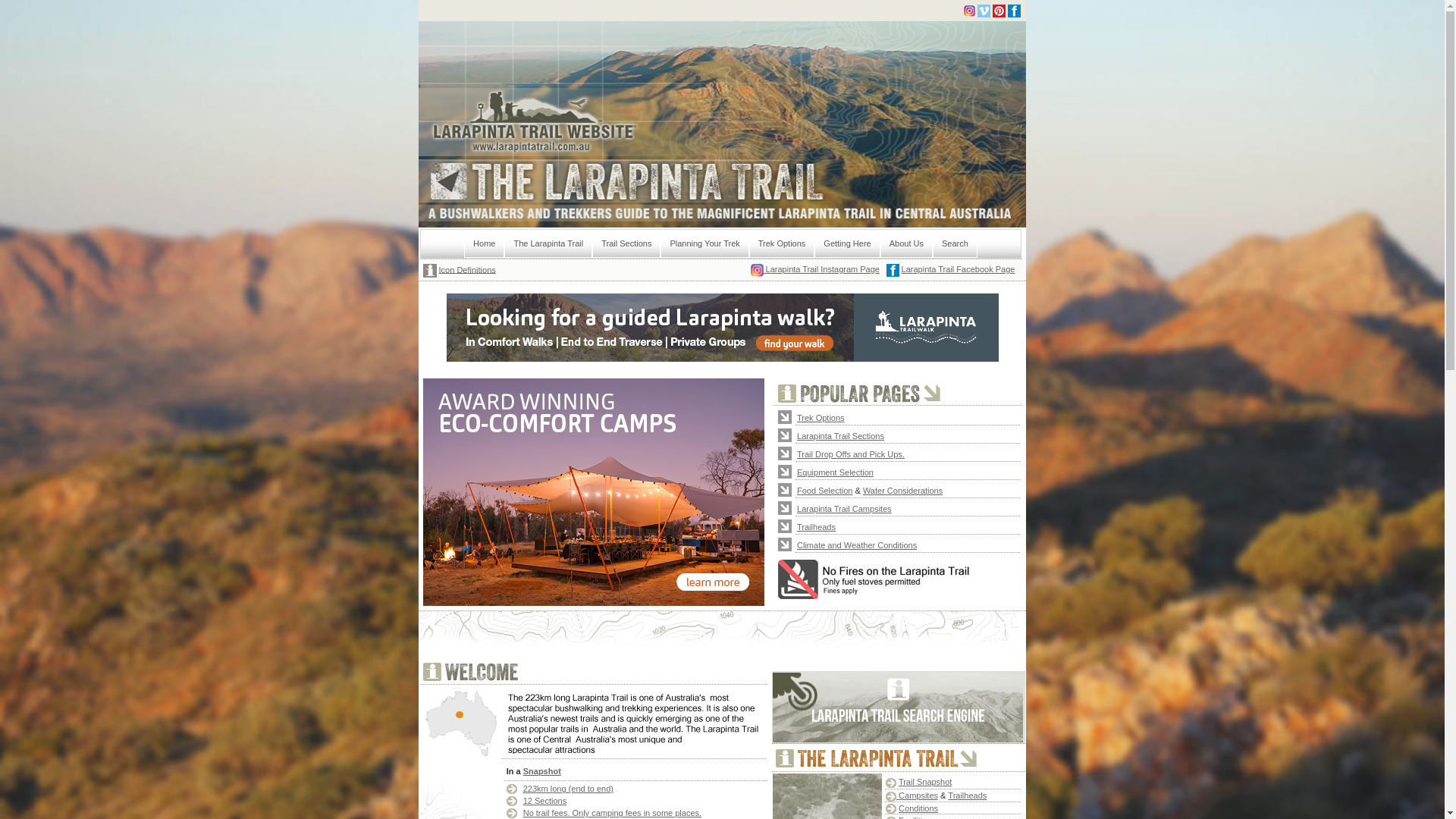 This screenshot has height=819, width=1456. Describe the element at coordinates (438, 268) in the screenshot. I see `'Icon Definitions'` at that location.